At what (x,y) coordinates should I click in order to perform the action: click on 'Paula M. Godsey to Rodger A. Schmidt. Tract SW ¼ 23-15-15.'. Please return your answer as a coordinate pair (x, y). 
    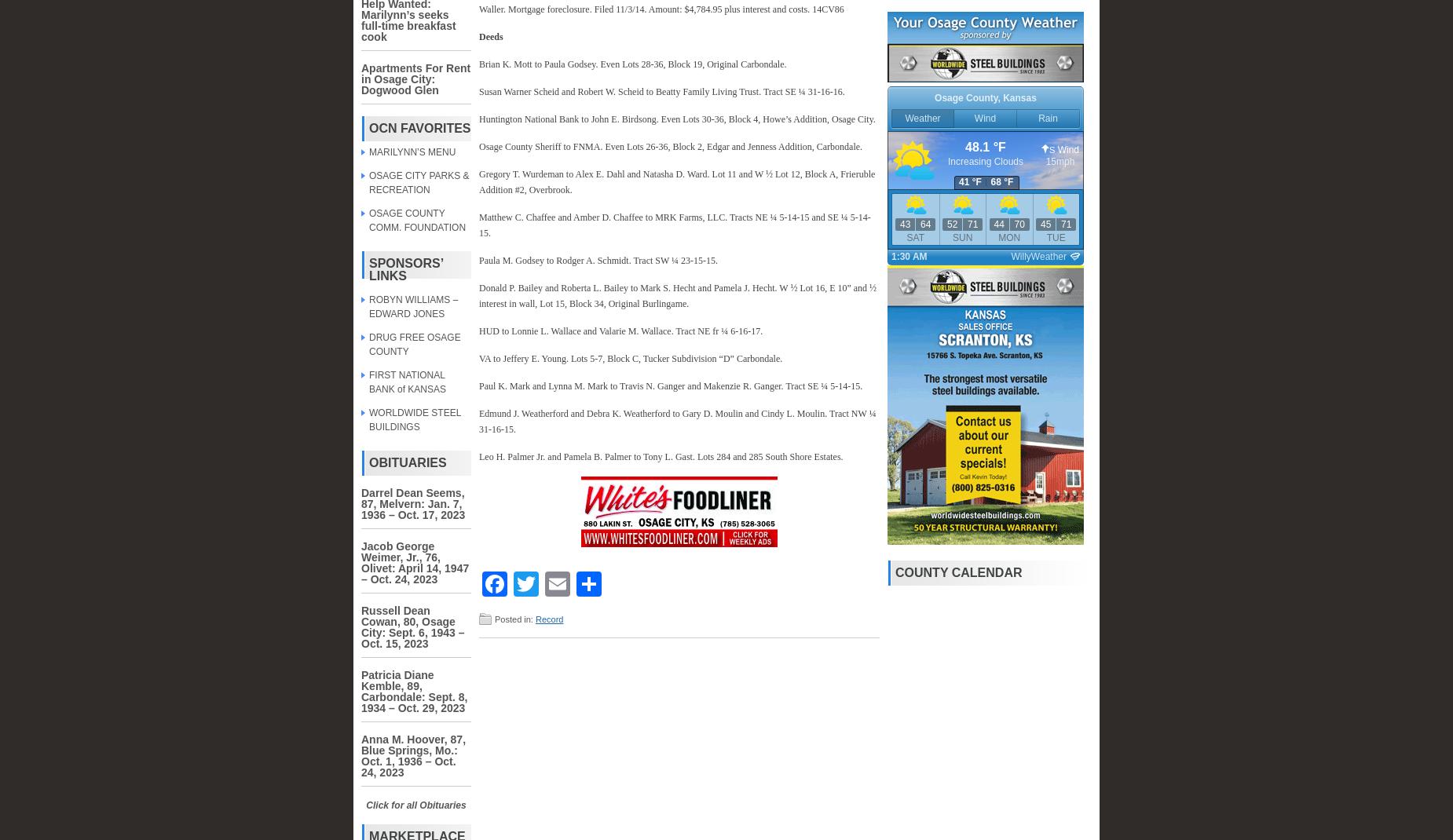
    Looking at the image, I should click on (598, 259).